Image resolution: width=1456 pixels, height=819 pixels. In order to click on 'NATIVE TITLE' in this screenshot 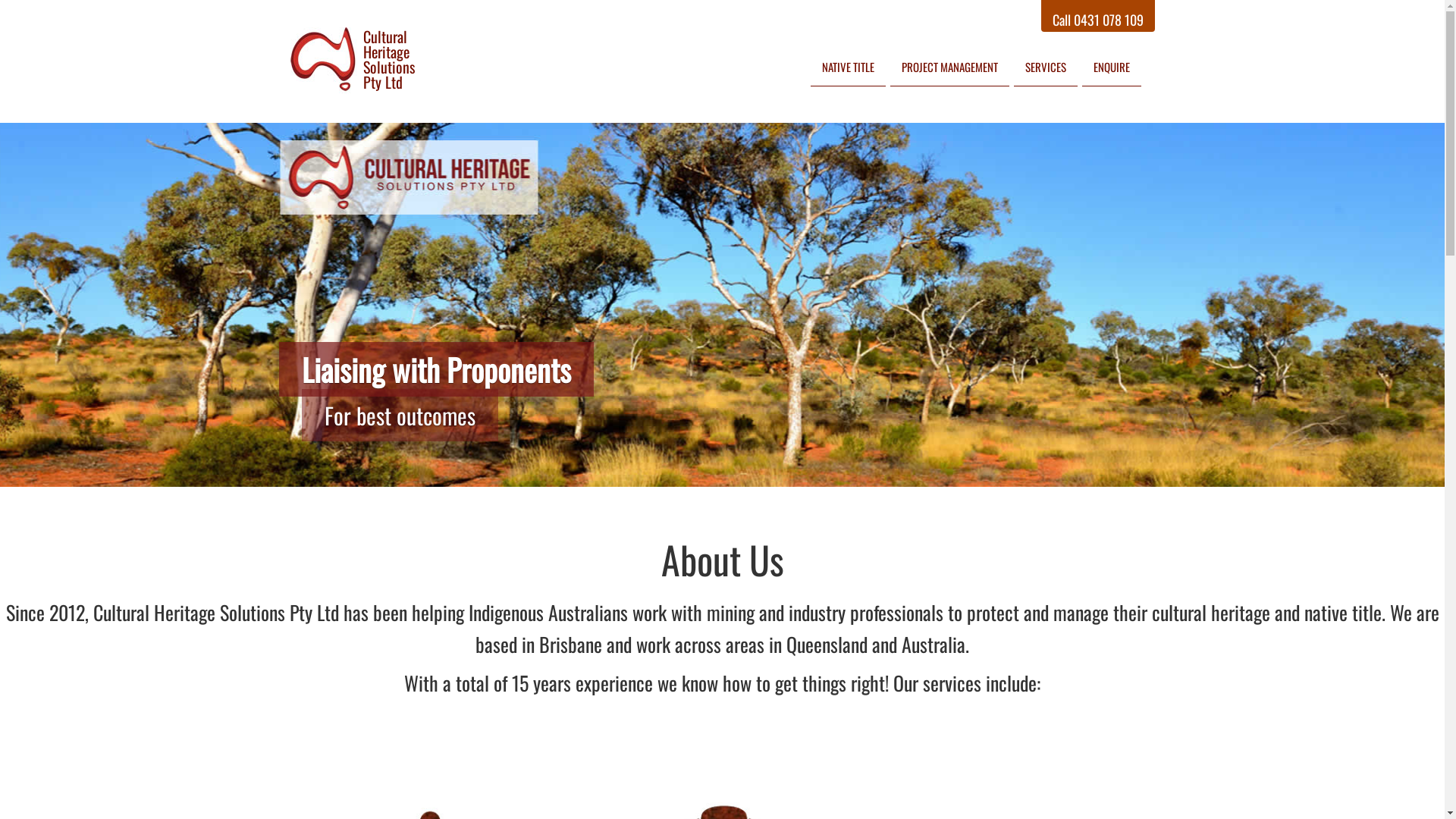, I will do `click(846, 66)`.